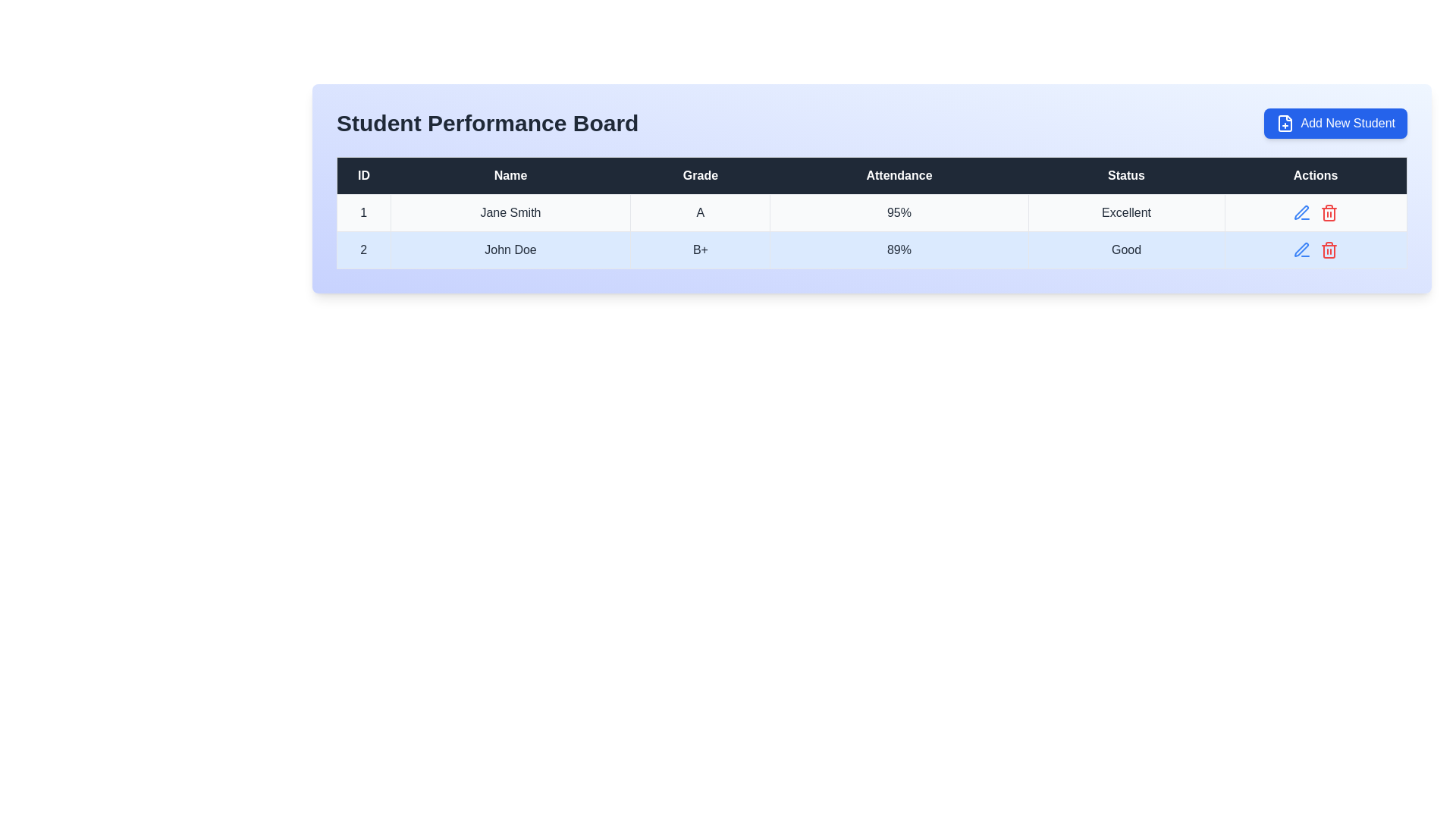  What do you see at coordinates (1329, 249) in the screenshot?
I see `the delete icon button located in the last column under 'Actions' for the second row representing the student John Doe` at bounding box center [1329, 249].